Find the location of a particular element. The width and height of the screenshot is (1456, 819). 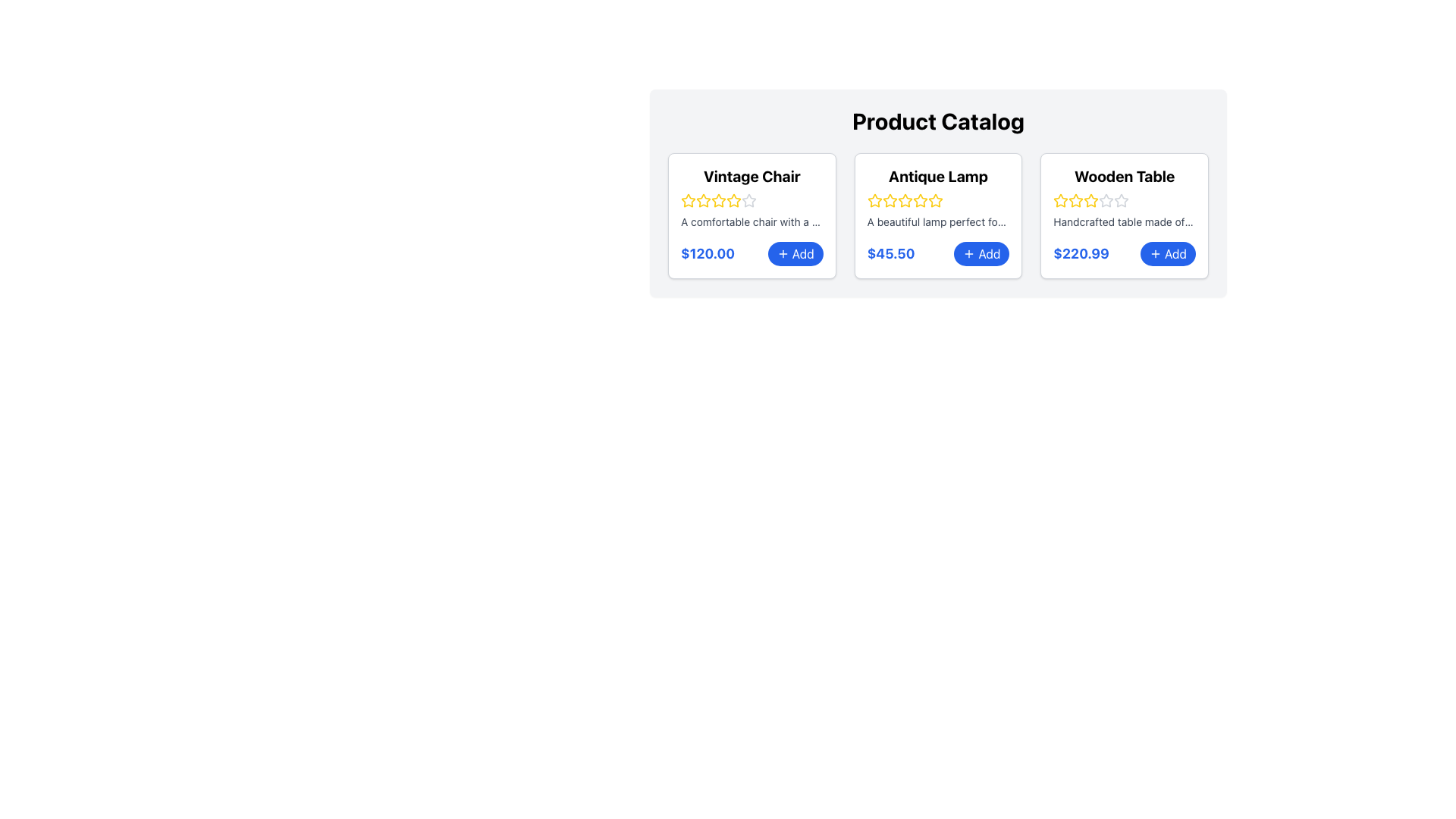

the second star icon is located at coordinates (890, 200).